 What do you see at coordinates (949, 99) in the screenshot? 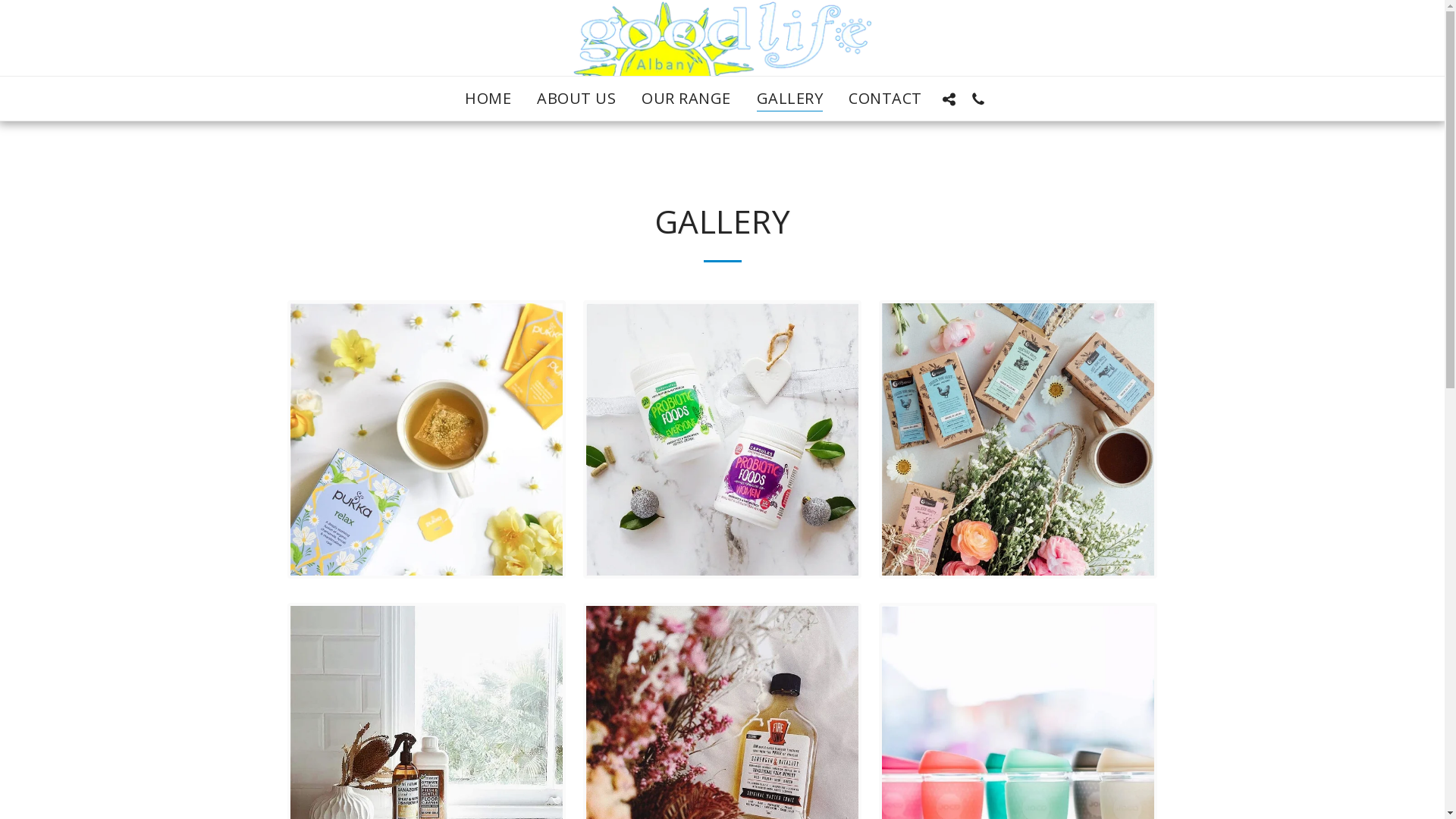
I see `' '` at bounding box center [949, 99].